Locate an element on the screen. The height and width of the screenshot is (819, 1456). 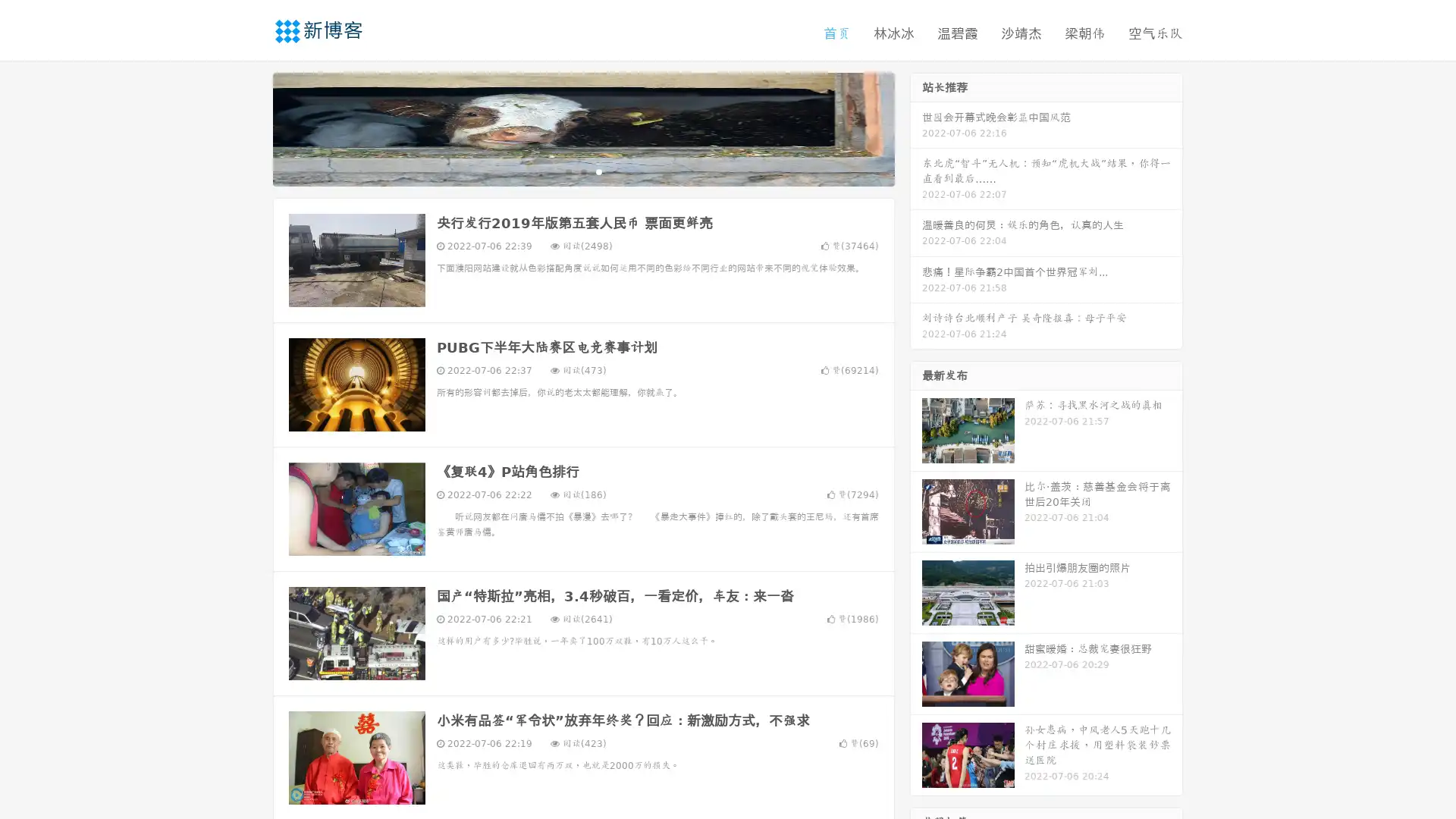
Previous slide is located at coordinates (250, 127).